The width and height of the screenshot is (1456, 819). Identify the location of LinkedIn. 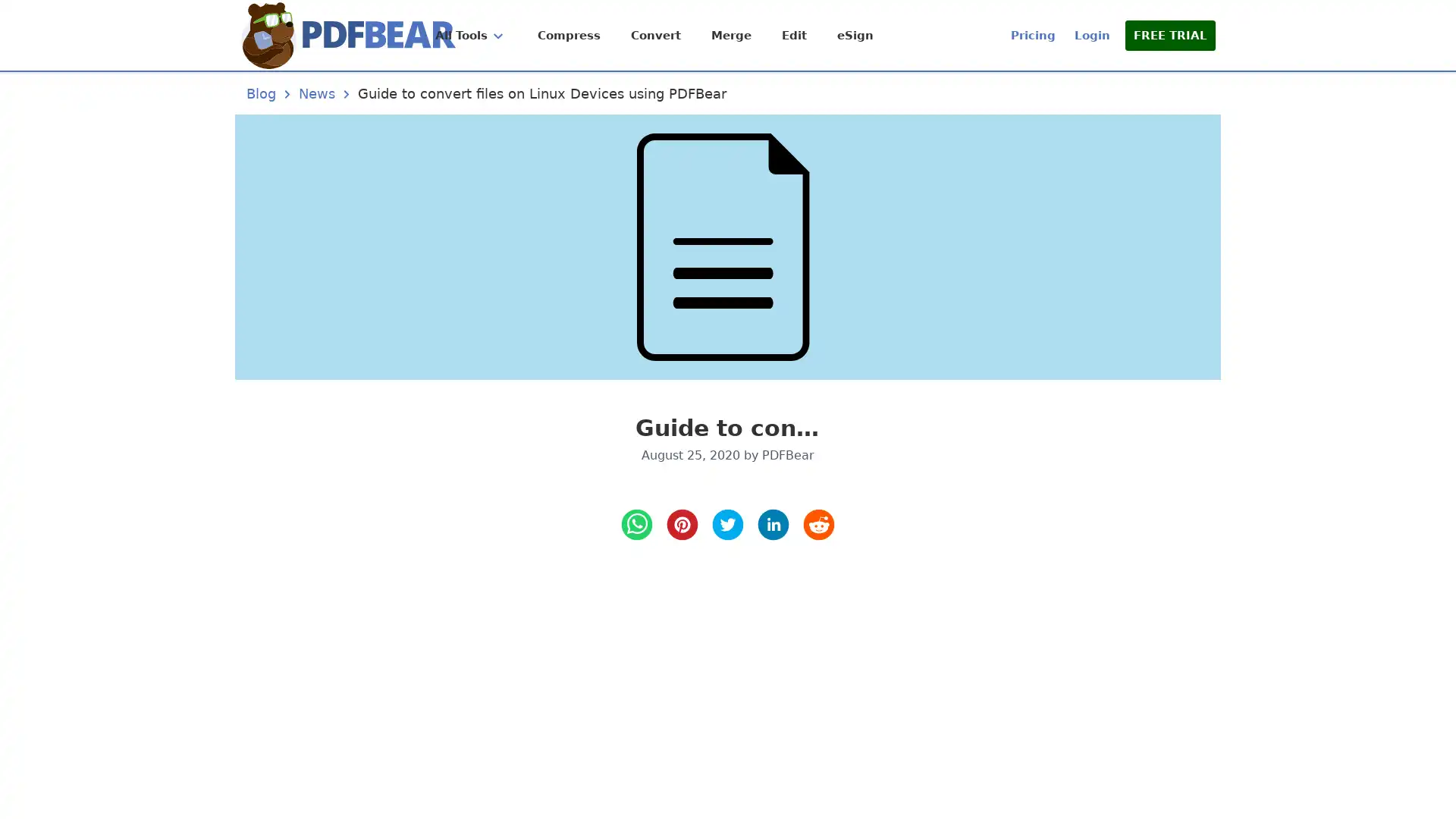
(773, 523).